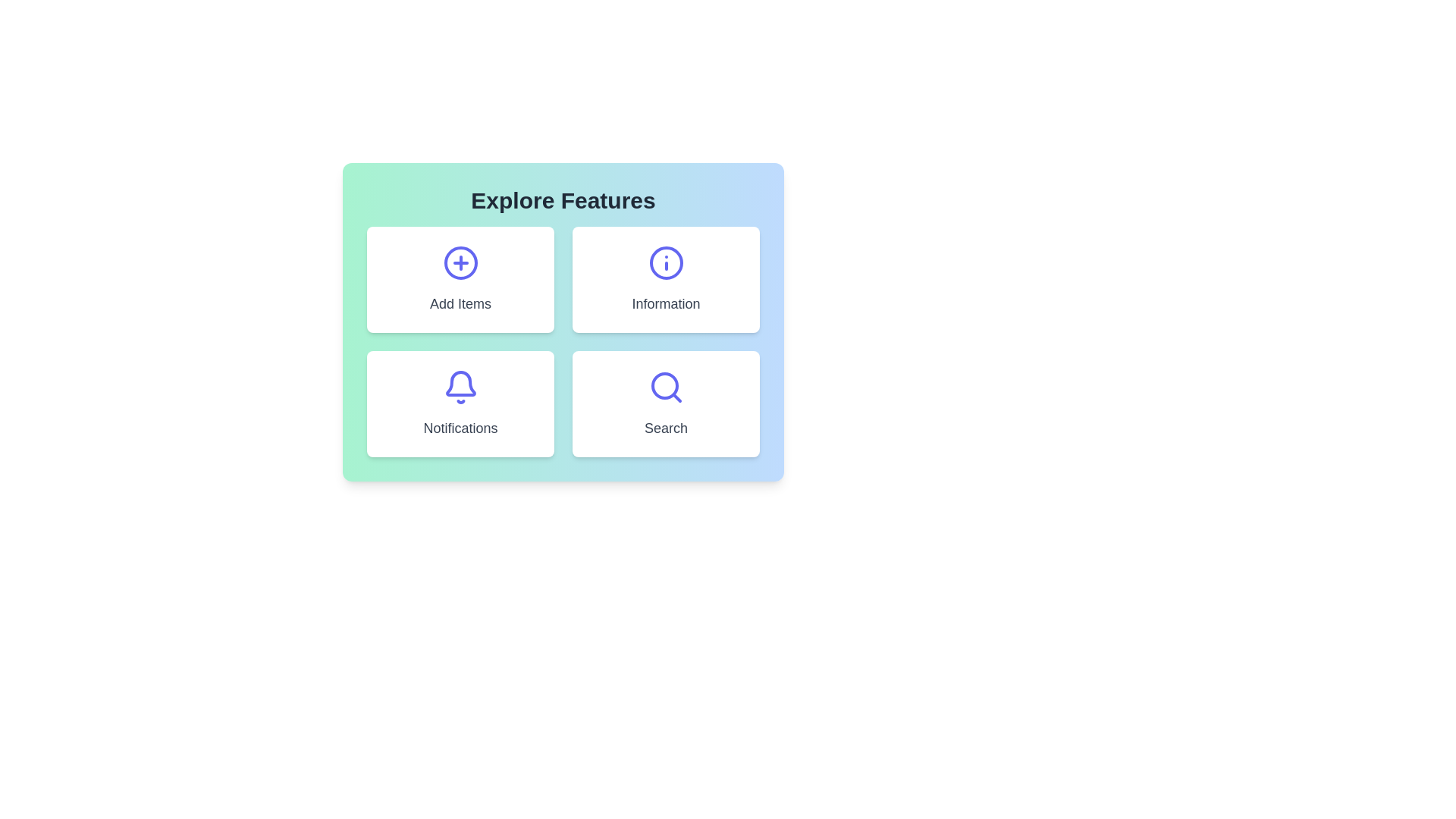 The image size is (1456, 819). I want to click on the text label displaying 'Information', which is styled with a medium font weight and large gray font, located below the information icon on the upper-right side of the grid, so click(666, 304).